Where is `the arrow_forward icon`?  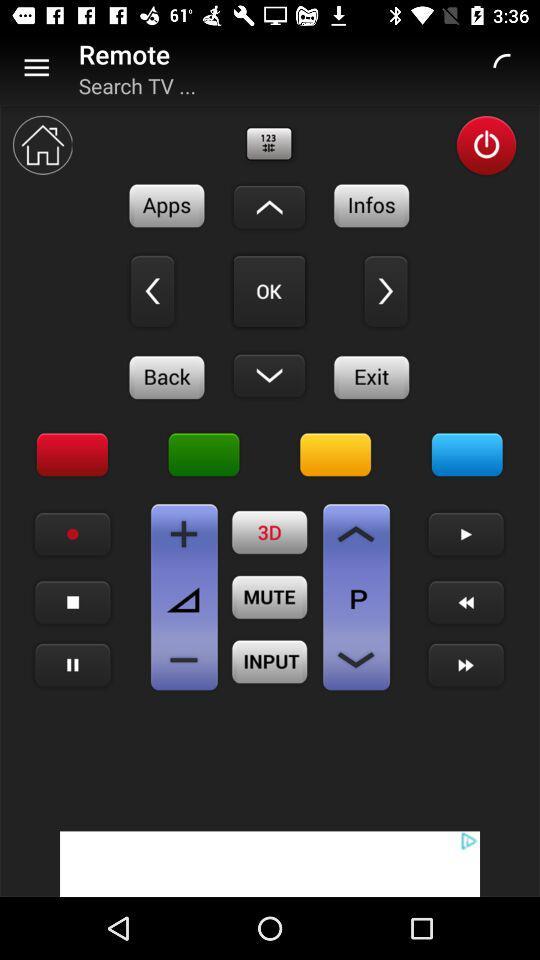 the arrow_forward icon is located at coordinates (386, 290).